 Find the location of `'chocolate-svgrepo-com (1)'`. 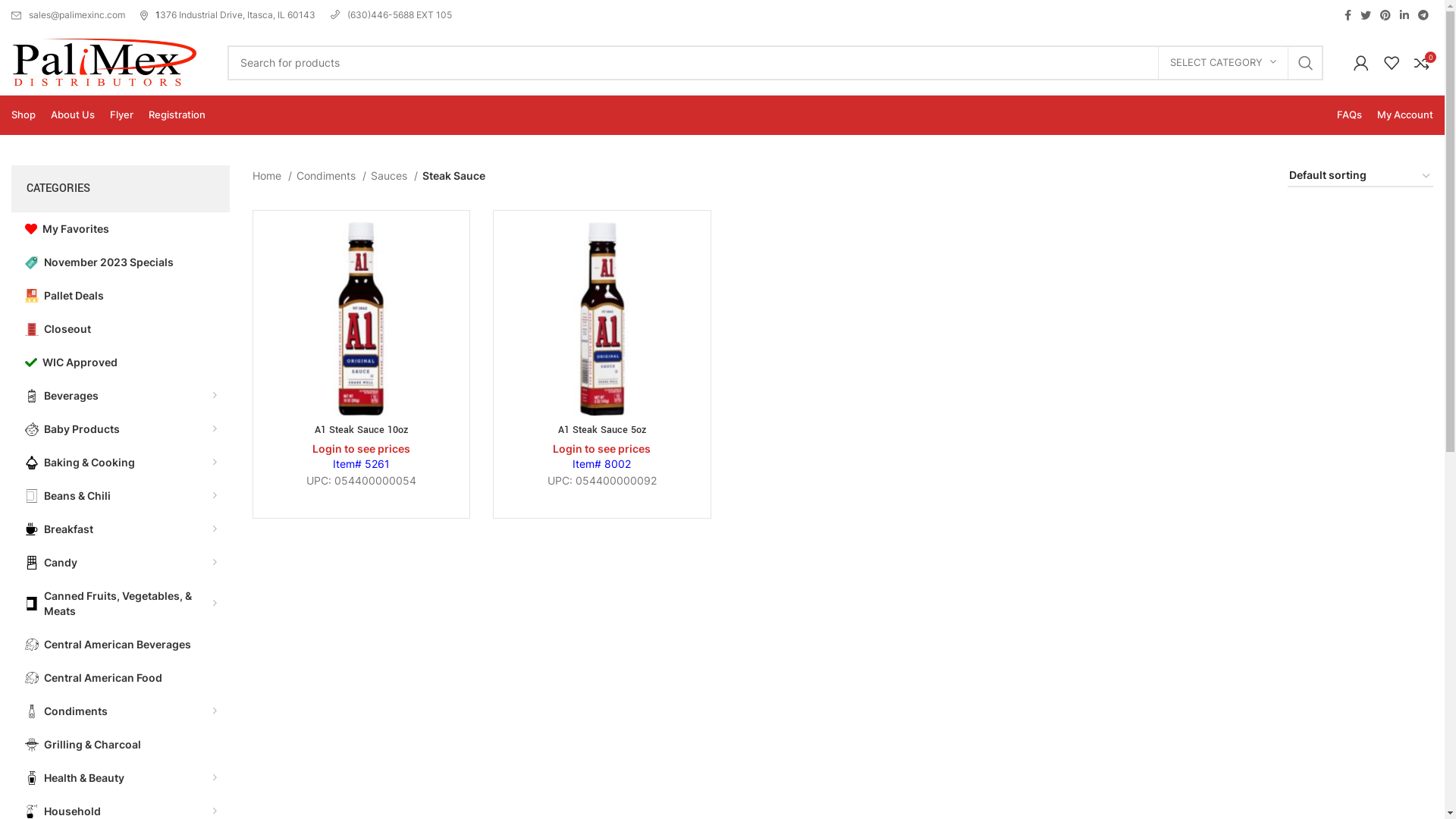

'chocolate-svgrepo-com (1)' is located at coordinates (25, 562).